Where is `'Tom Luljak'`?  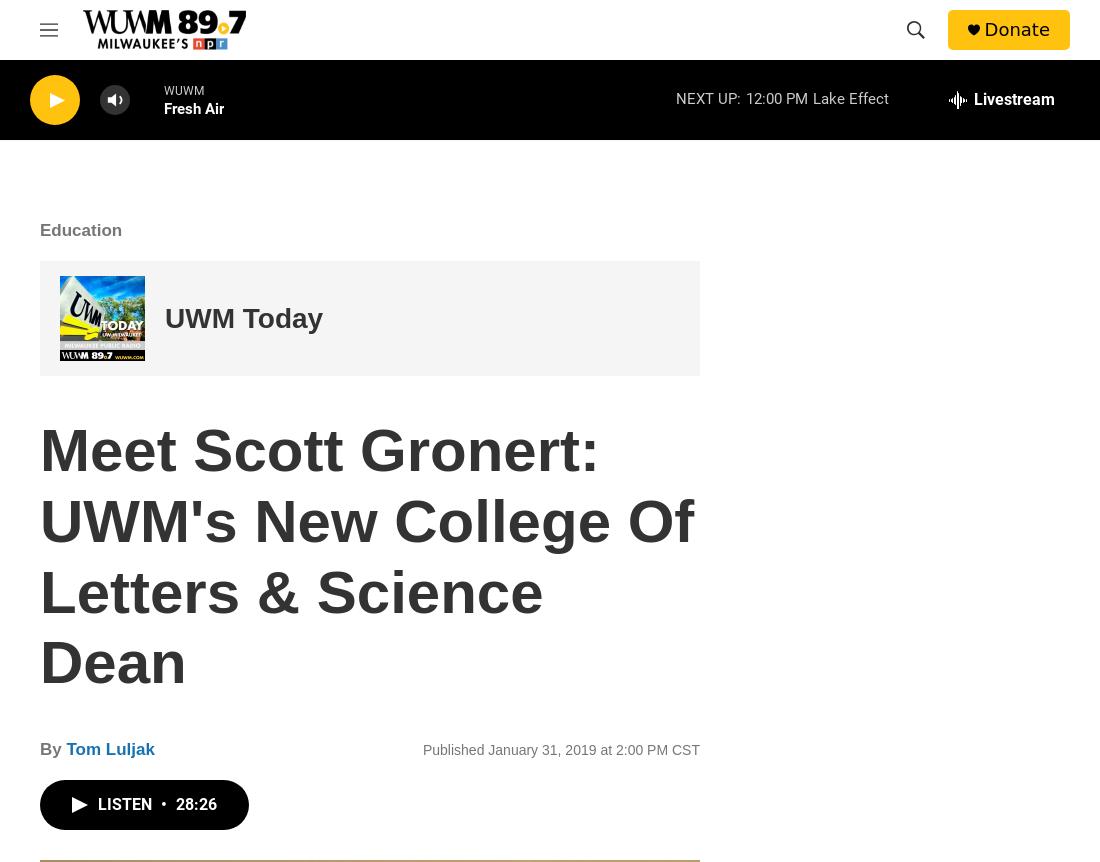
'Tom Luljak' is located at coordinates (110, 749).